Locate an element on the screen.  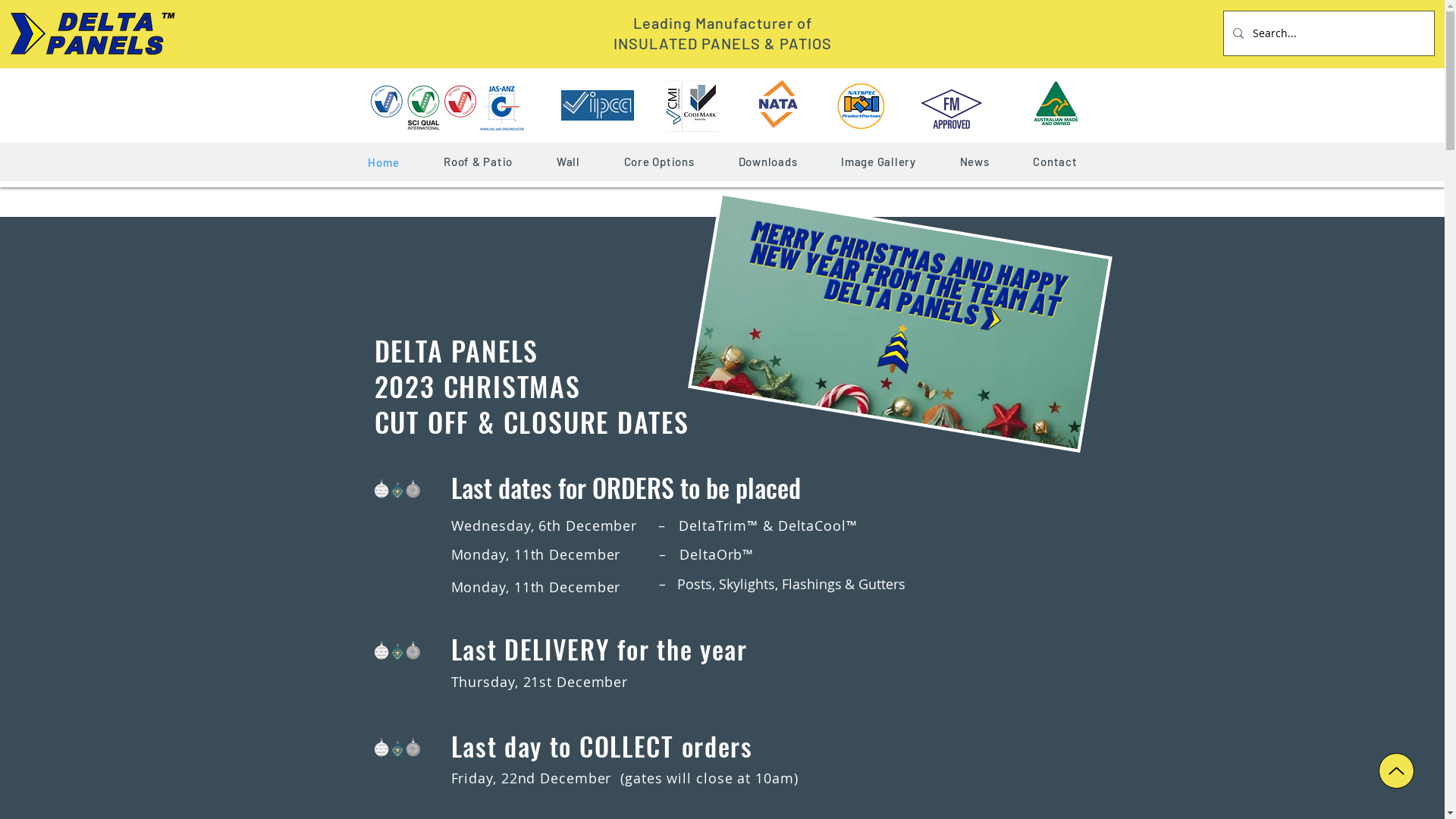
'Image Gallery' is located at coordinates (878, 161).